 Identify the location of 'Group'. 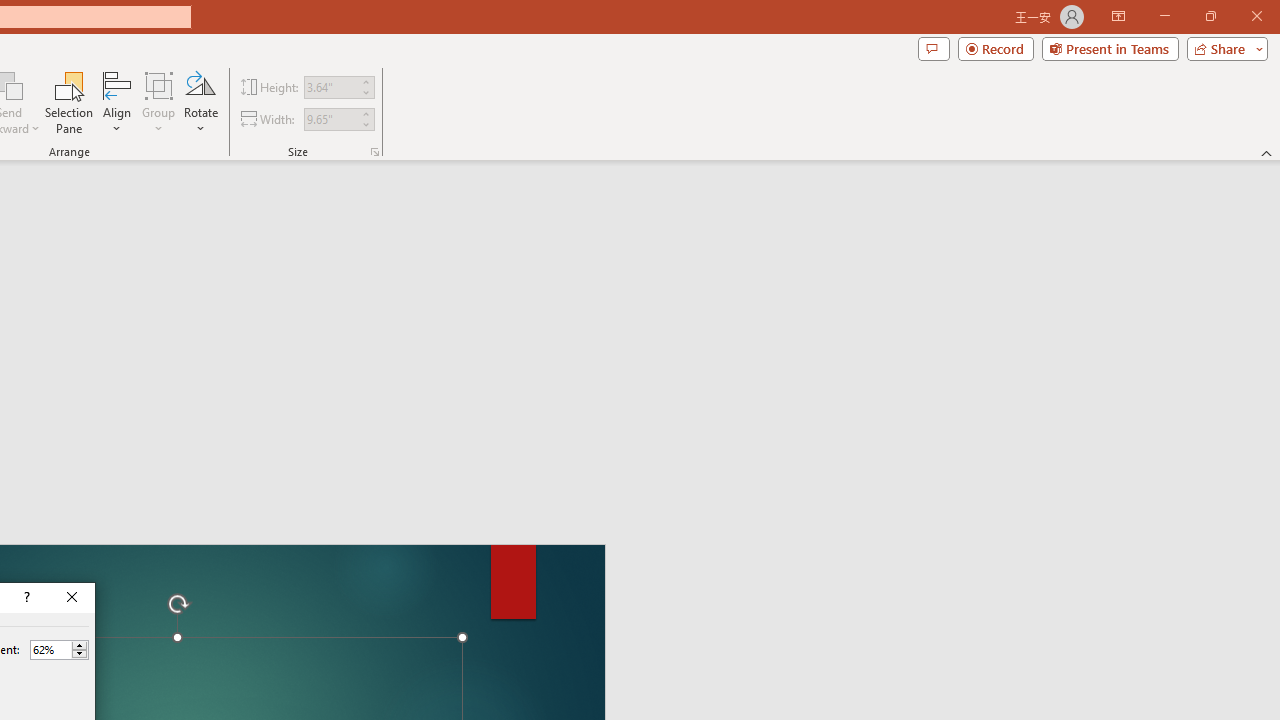
(158, 103).